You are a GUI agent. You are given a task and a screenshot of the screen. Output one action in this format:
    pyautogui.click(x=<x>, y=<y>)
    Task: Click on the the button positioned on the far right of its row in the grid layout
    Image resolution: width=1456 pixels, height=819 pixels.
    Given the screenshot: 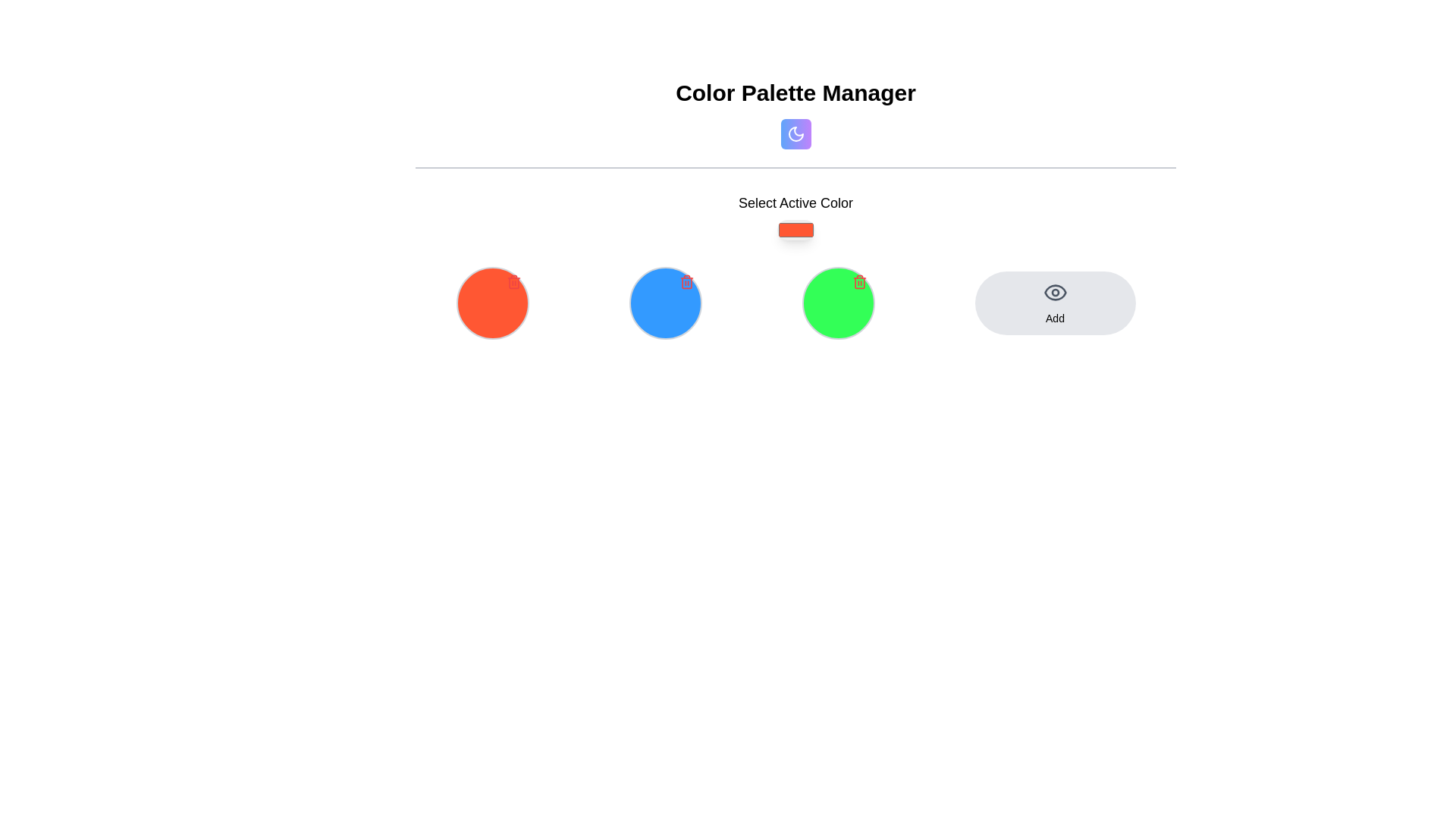 What is the action you would take?
    pyautogui.click(x=1054, y=303)
    